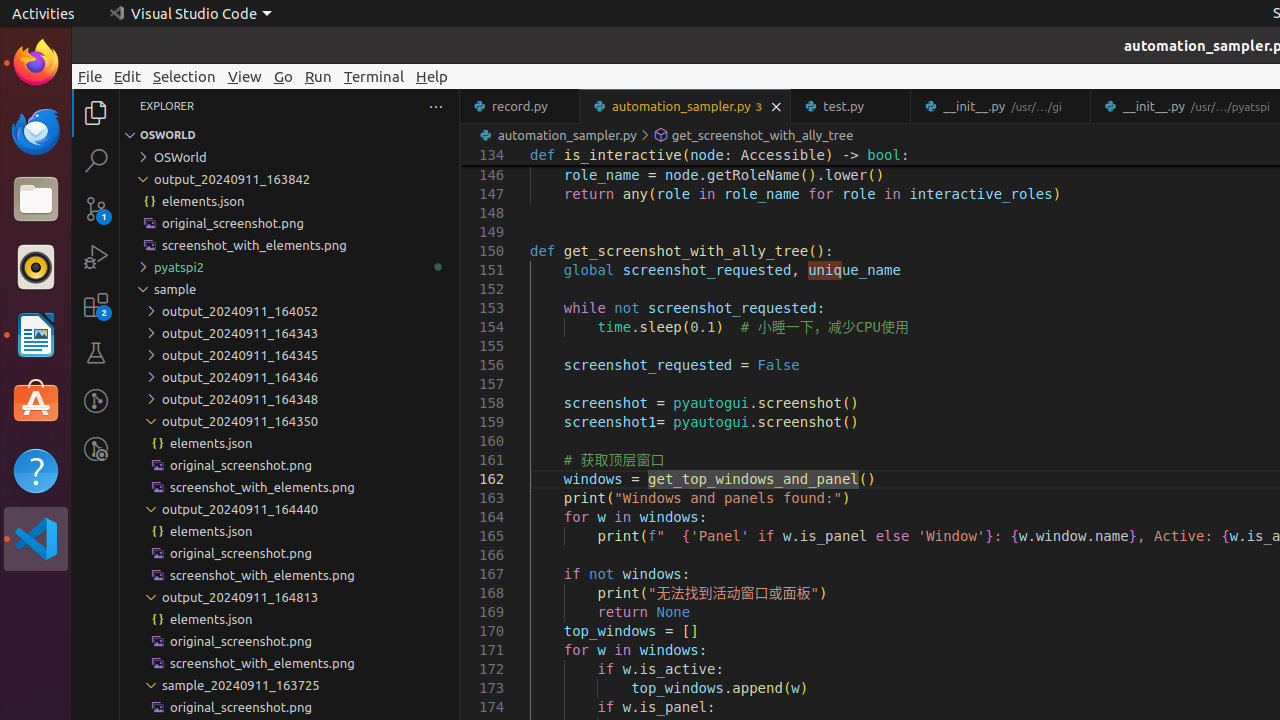 This screenshot has width=1280, height=720. I want to click on 'Search (Ctrl+Shift+F)', so click(95, 159).